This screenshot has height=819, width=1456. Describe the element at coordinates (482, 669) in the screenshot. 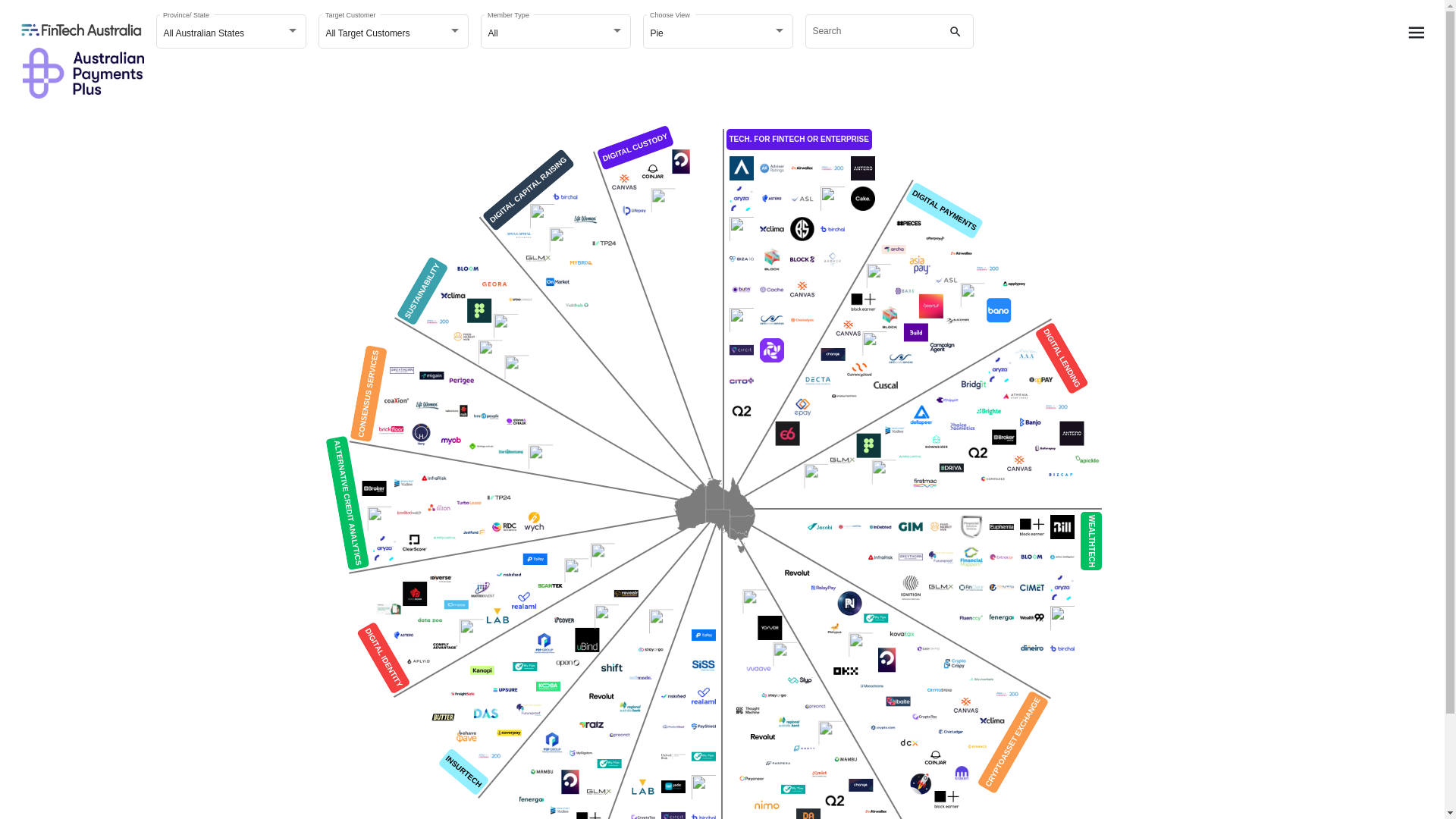

I see `'Kanopi'` at that location.